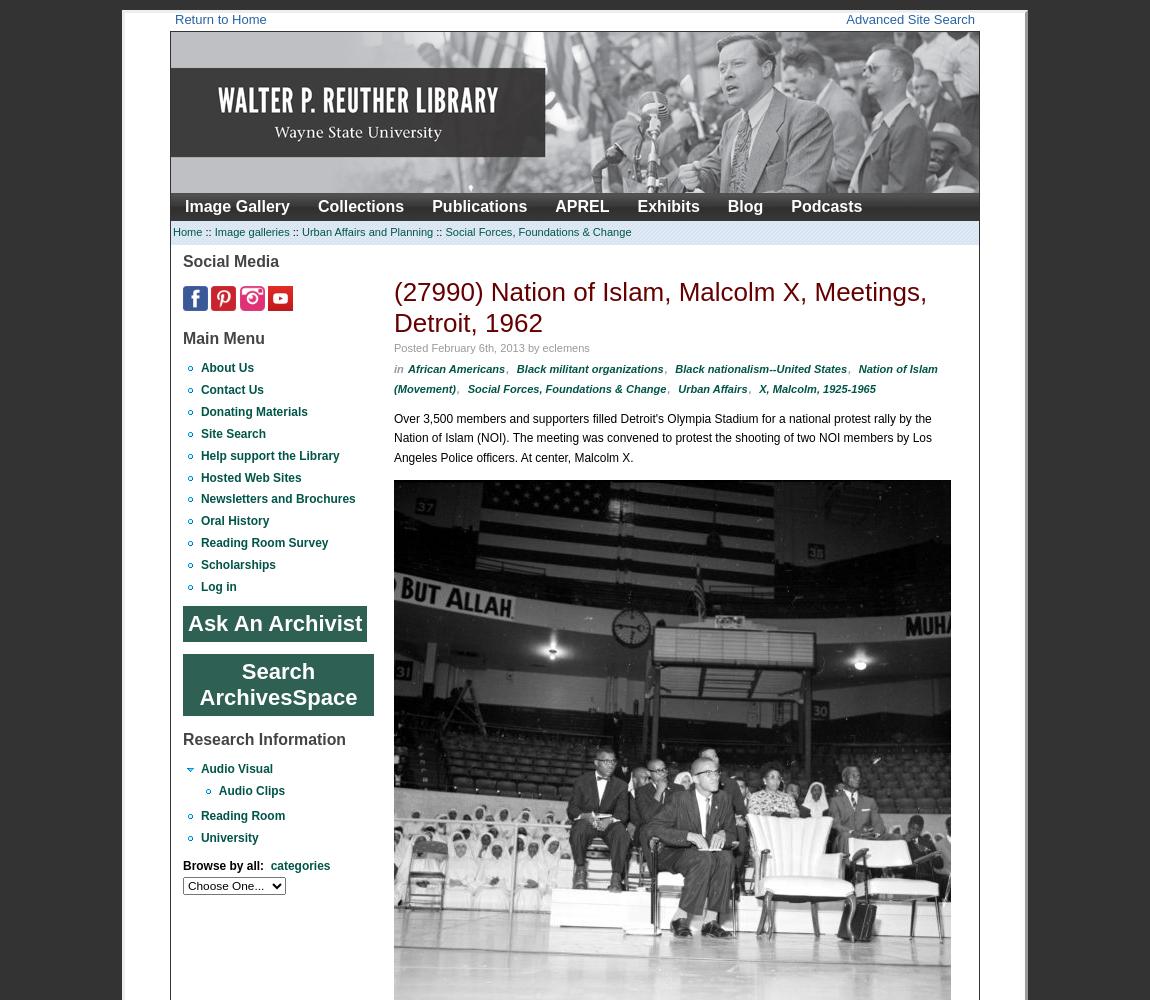 The height and width of the screenshot is (1000, 1150). What do you see at coordinates (393, 367) in the screenshot?
I see `'in'` at bounding box center [393, 367].